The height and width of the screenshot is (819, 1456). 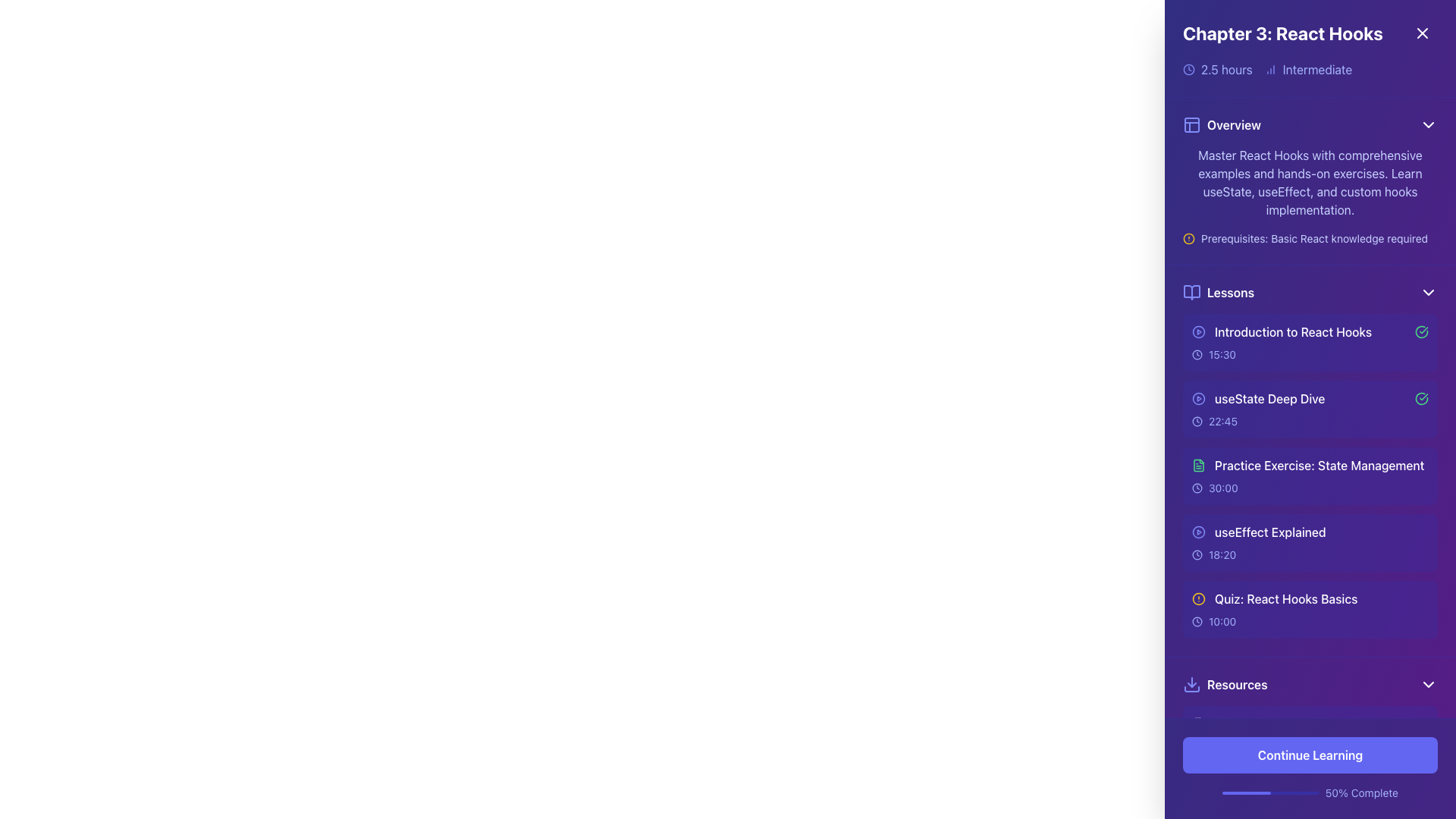 What do you see at coordinates (1270, 792) in the screenshot?
I see `the progress bar indicating 50% completion of a task, which is centrally positioned below the 'Continue Learning' button` at bounding box center [1270, 792].